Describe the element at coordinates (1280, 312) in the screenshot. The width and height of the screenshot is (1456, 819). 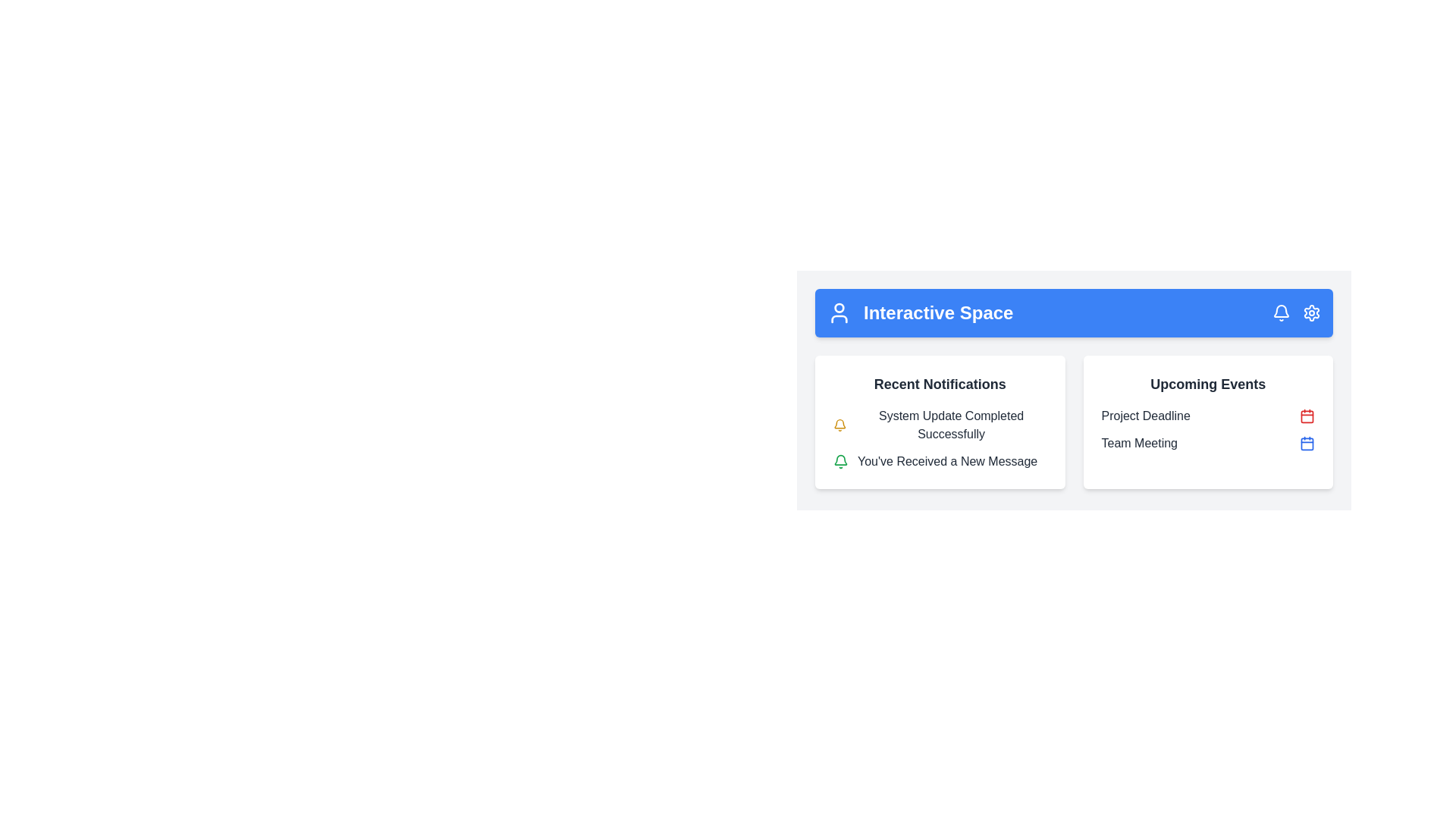
I see `the notification bell icon located on the top title bar, to the left of the gear icon` at that location.